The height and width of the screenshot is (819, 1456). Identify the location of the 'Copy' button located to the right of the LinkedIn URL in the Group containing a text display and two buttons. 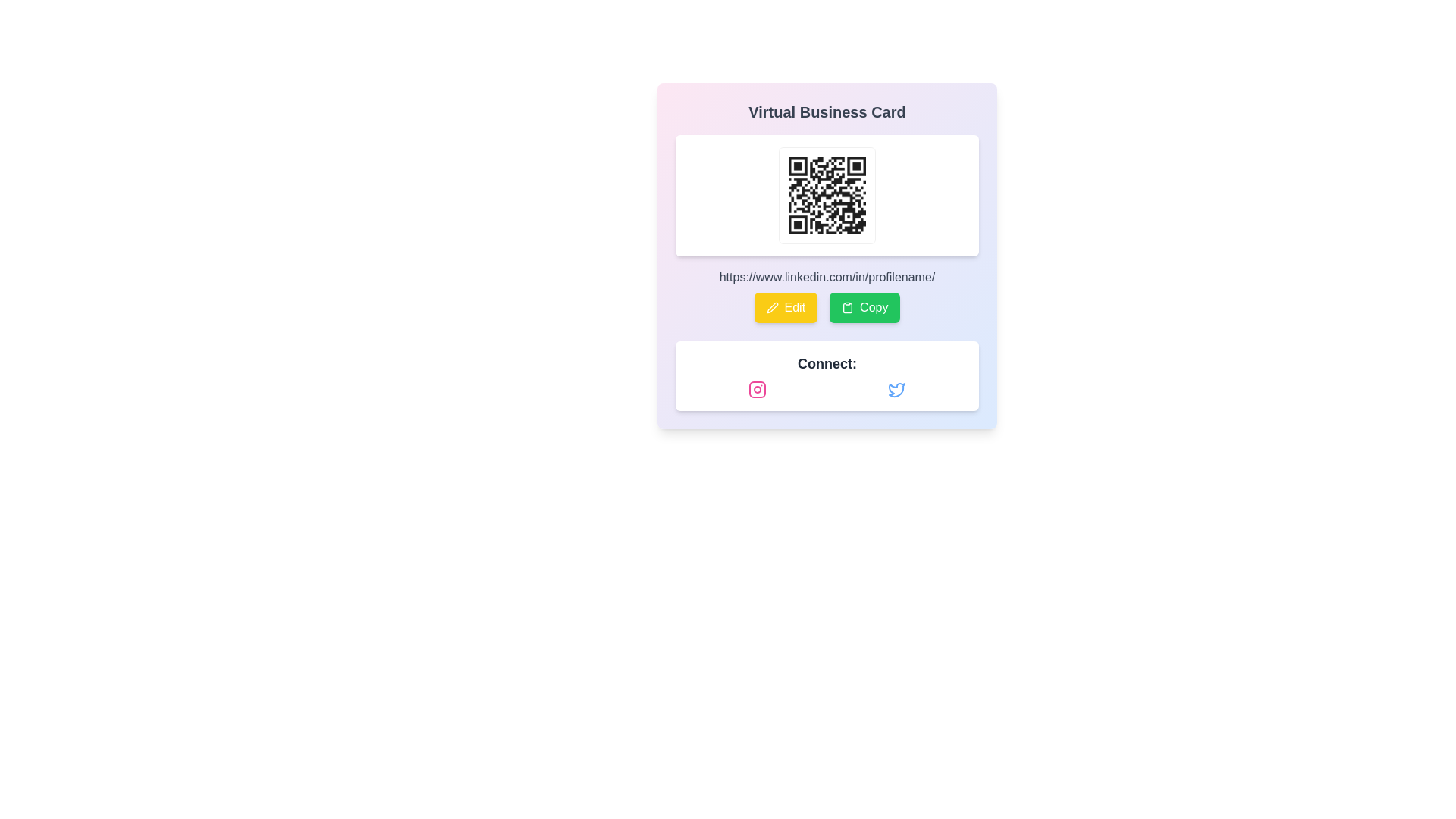
(826, 295).